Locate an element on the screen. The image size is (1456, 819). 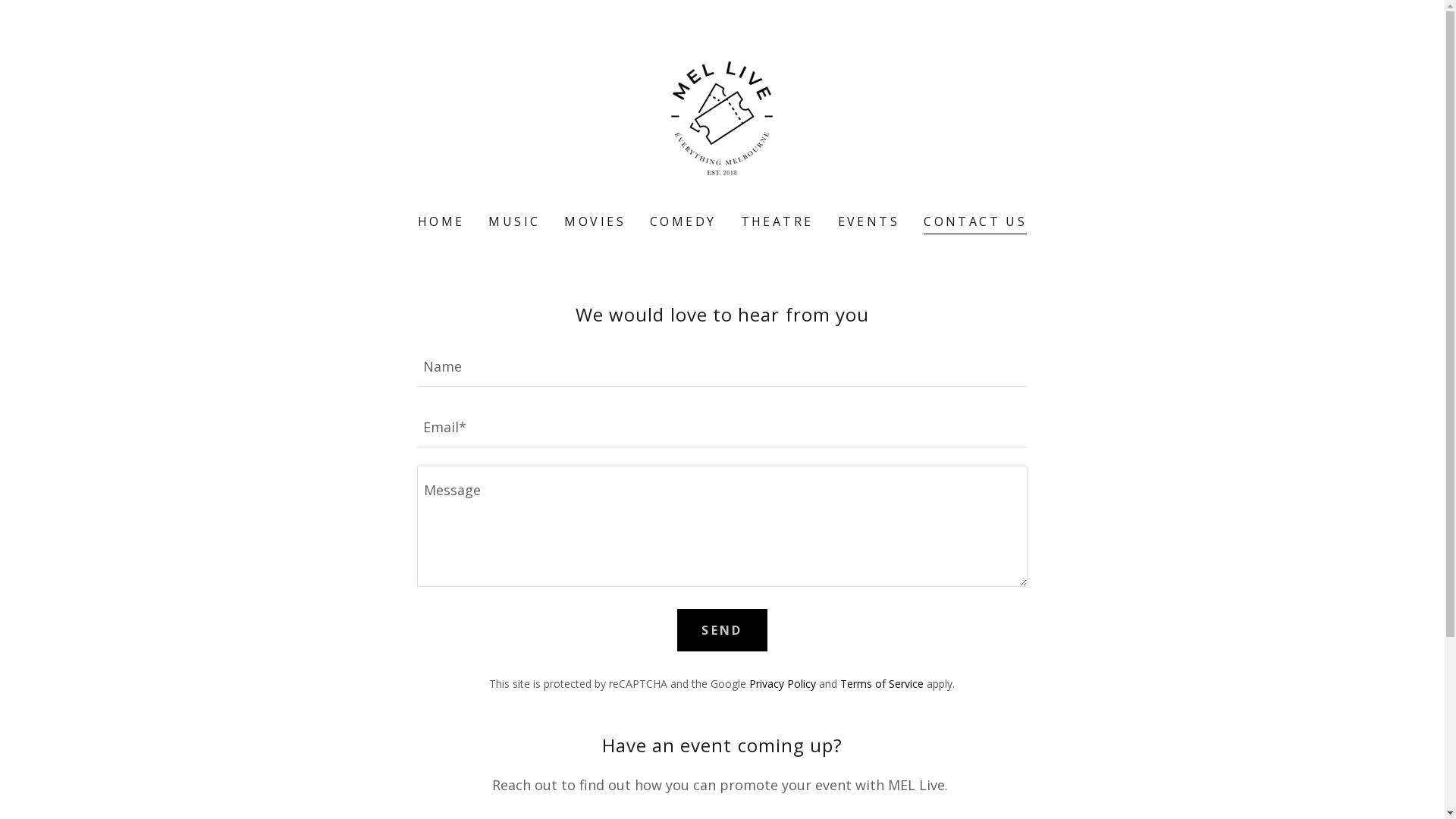
'THEATRE' is located at coordinates (777, 221).